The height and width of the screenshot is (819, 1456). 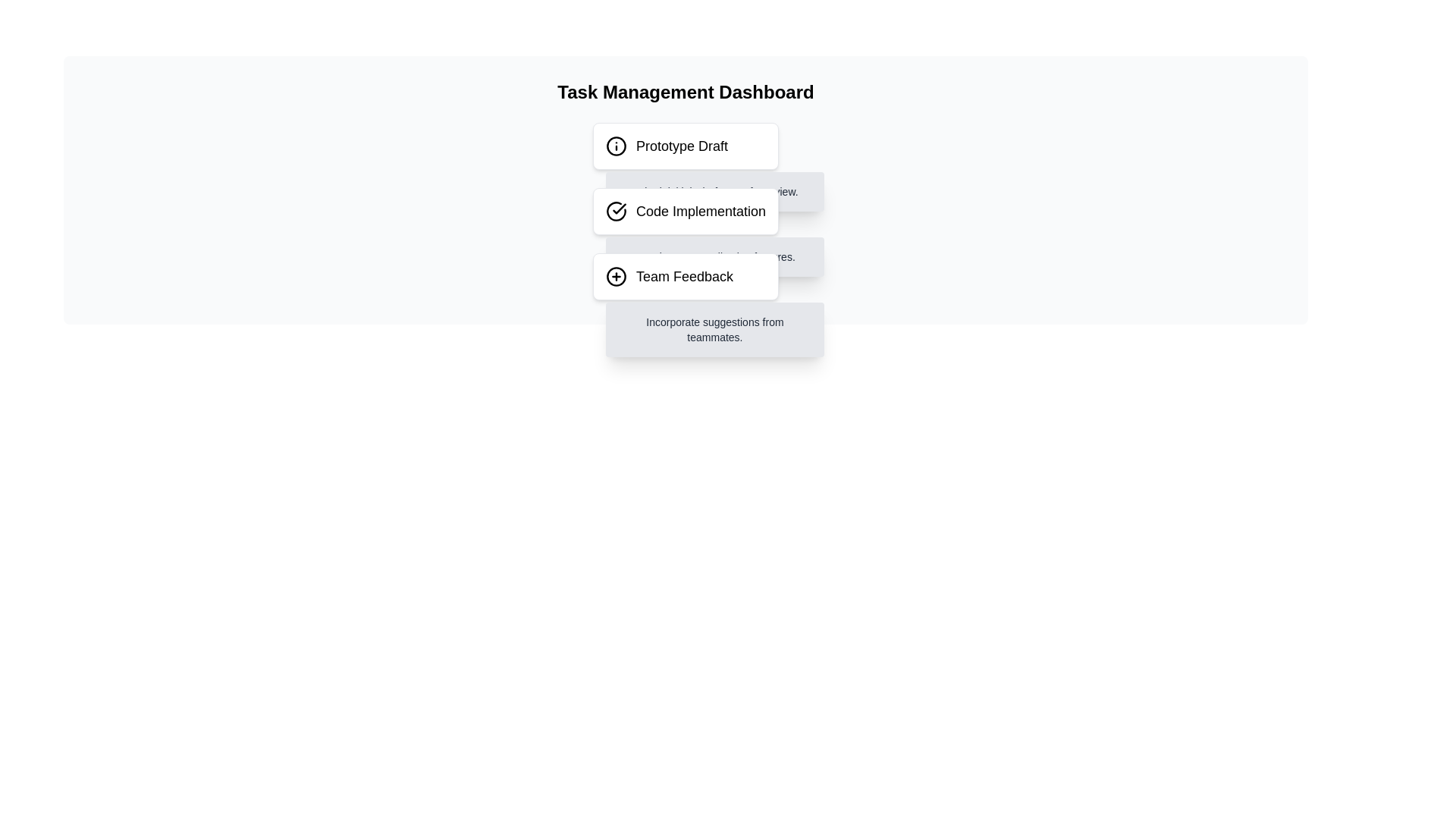 I want to click on the Text Label that serves as a title for the associated task, positioned to the right of an information icon within the first task item of a vertical task list, so click(x=681, y=146).